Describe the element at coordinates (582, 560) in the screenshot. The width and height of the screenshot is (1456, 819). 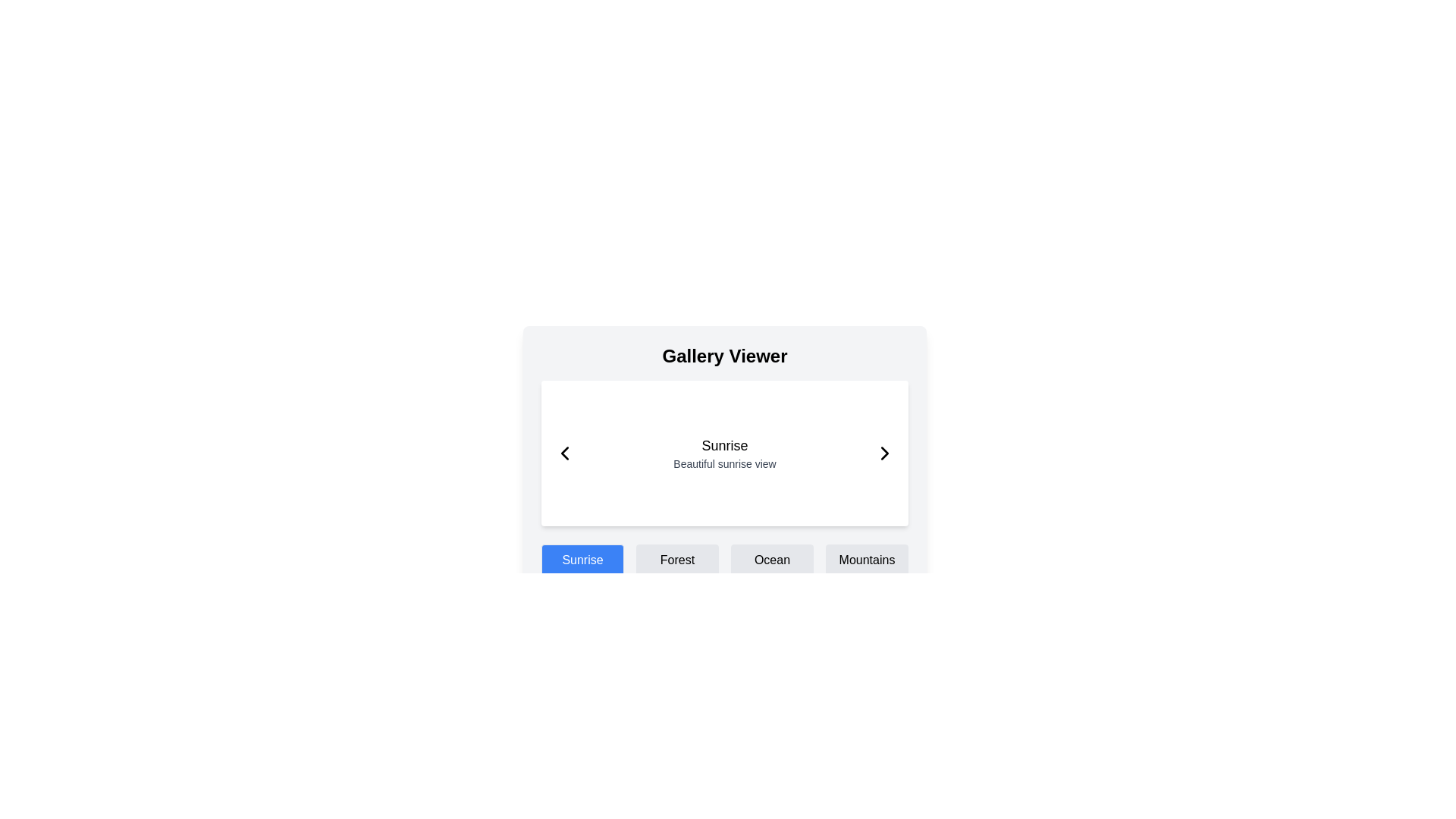
I see `the rectangular button with rounded corners labeled 'Sunrise'` at that location.